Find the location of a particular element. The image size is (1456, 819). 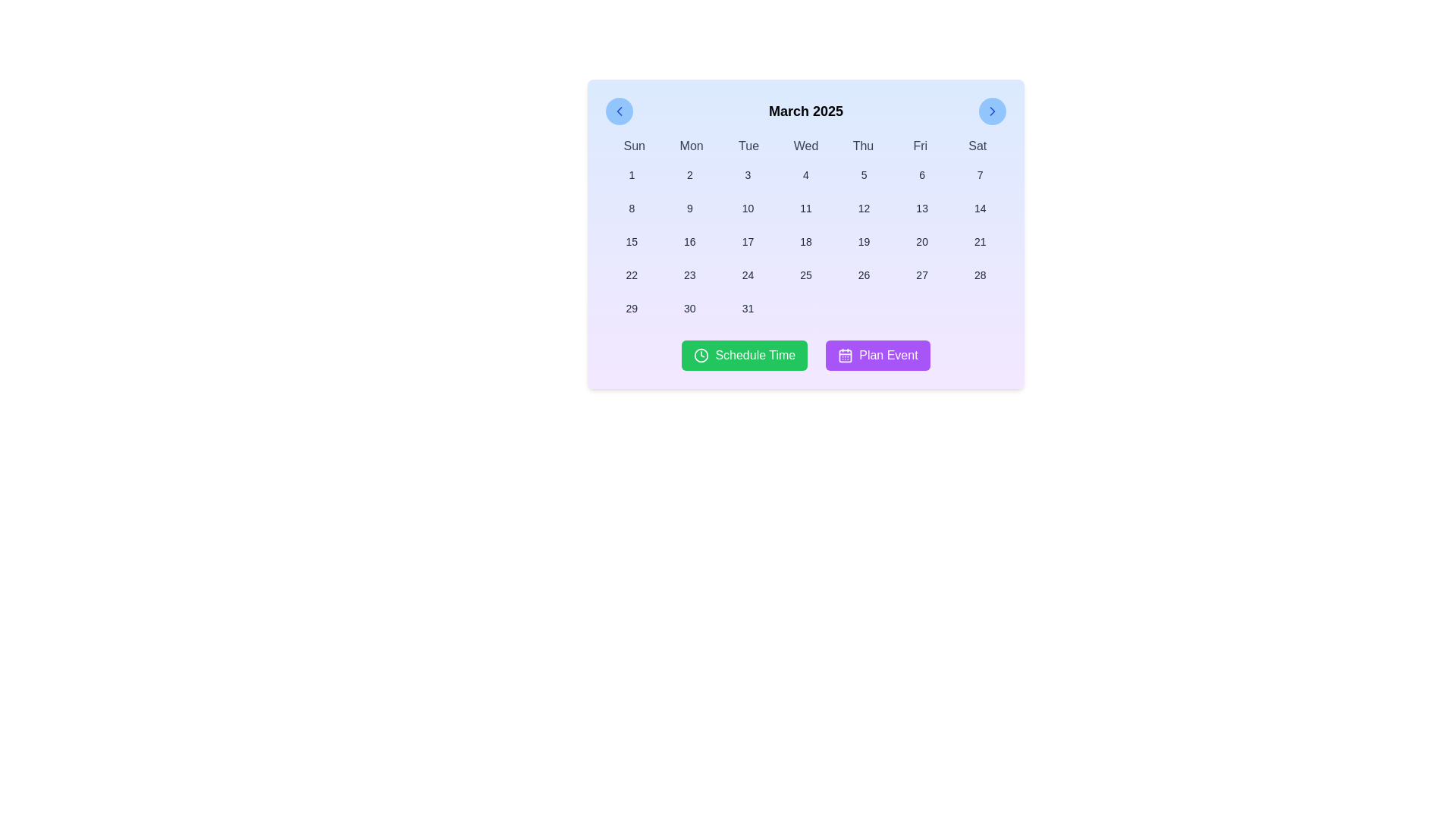

the scheduling button located below the calendar view, aligned to the left of the 'Plan Event' button is located at coordinates (745, 356).